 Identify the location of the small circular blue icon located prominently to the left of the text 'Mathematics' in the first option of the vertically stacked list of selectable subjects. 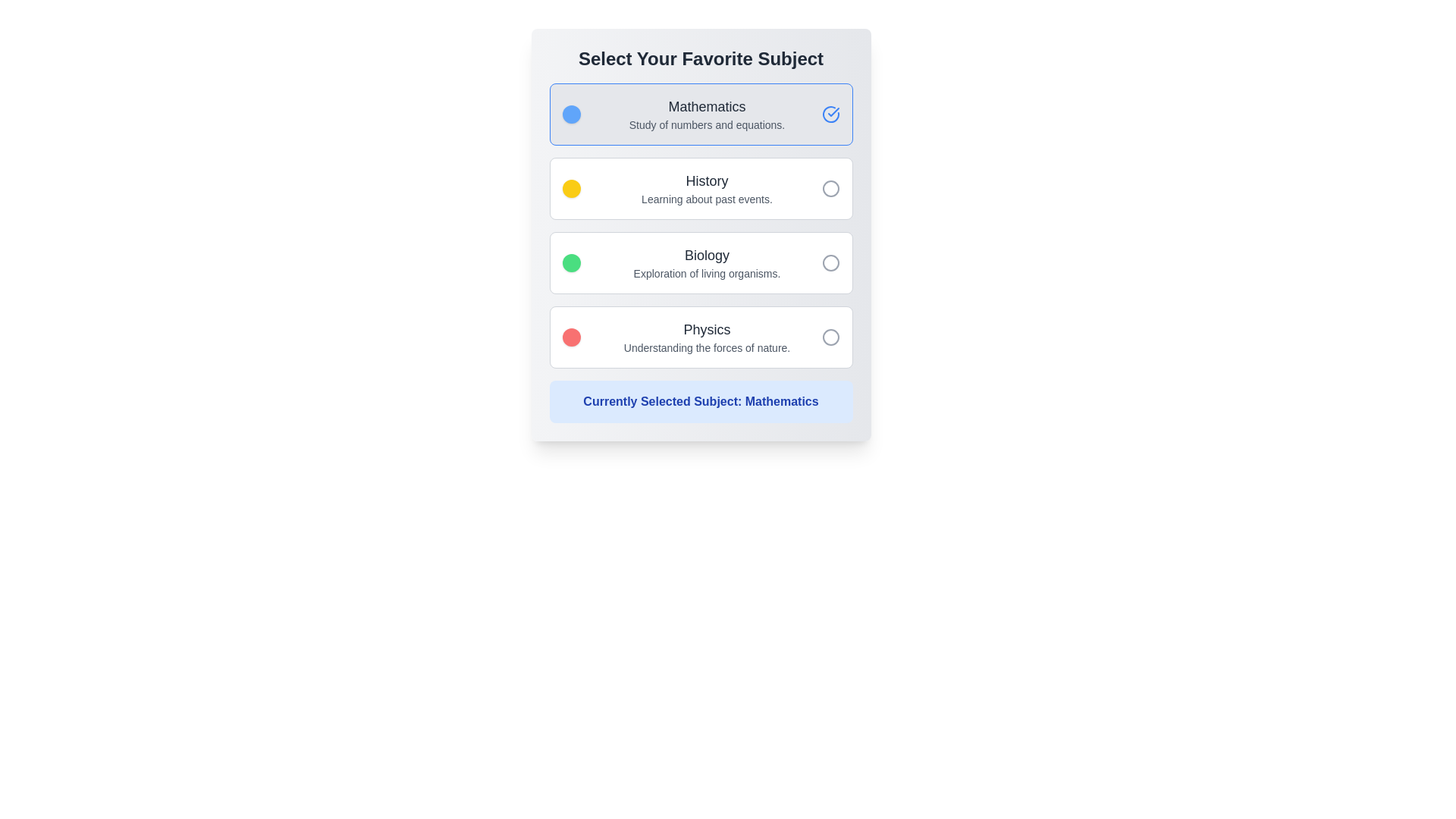
(570, 113).